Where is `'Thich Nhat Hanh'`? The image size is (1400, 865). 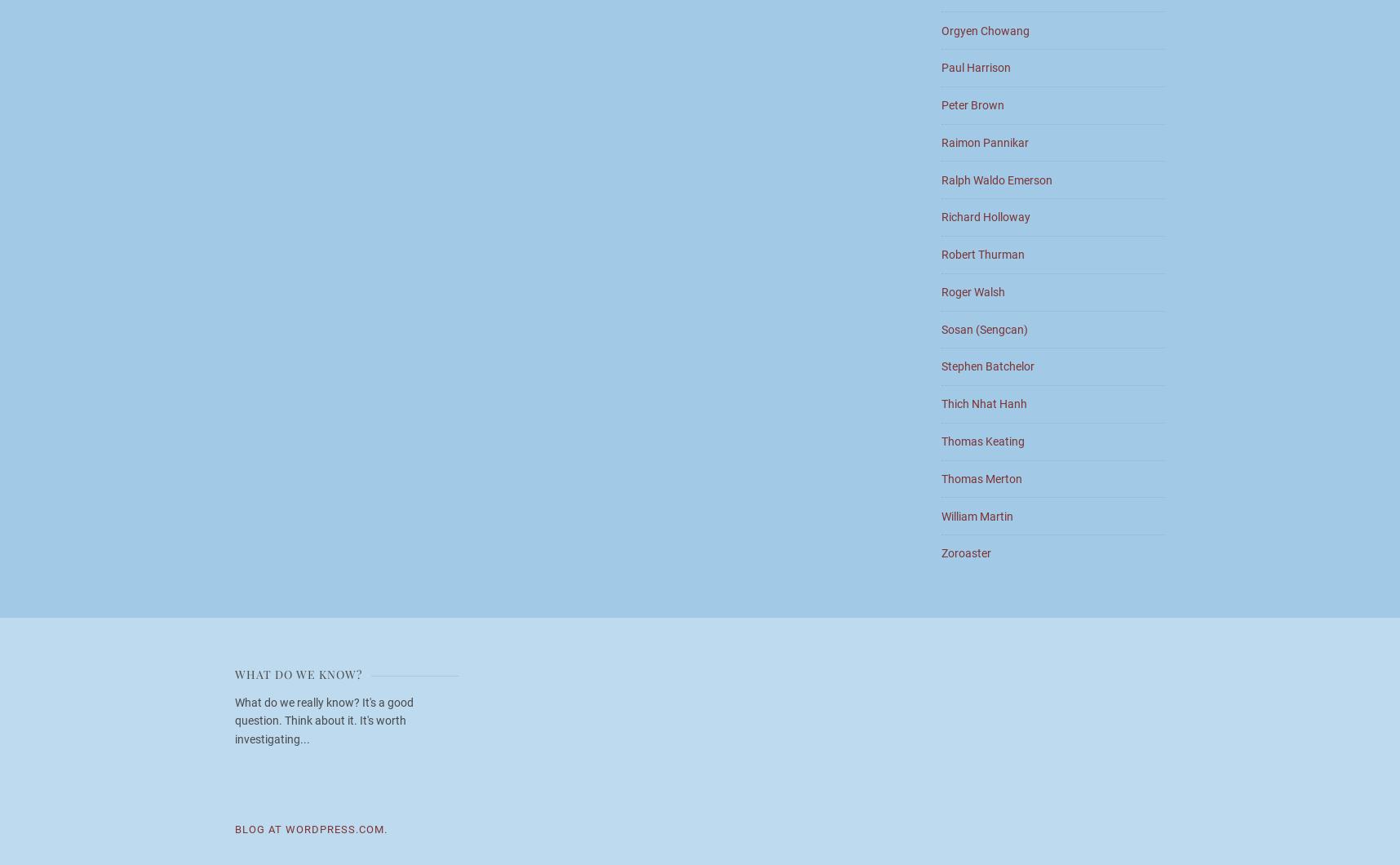 'Thich Nhat Hanh' is located at coordinates (984, 403).